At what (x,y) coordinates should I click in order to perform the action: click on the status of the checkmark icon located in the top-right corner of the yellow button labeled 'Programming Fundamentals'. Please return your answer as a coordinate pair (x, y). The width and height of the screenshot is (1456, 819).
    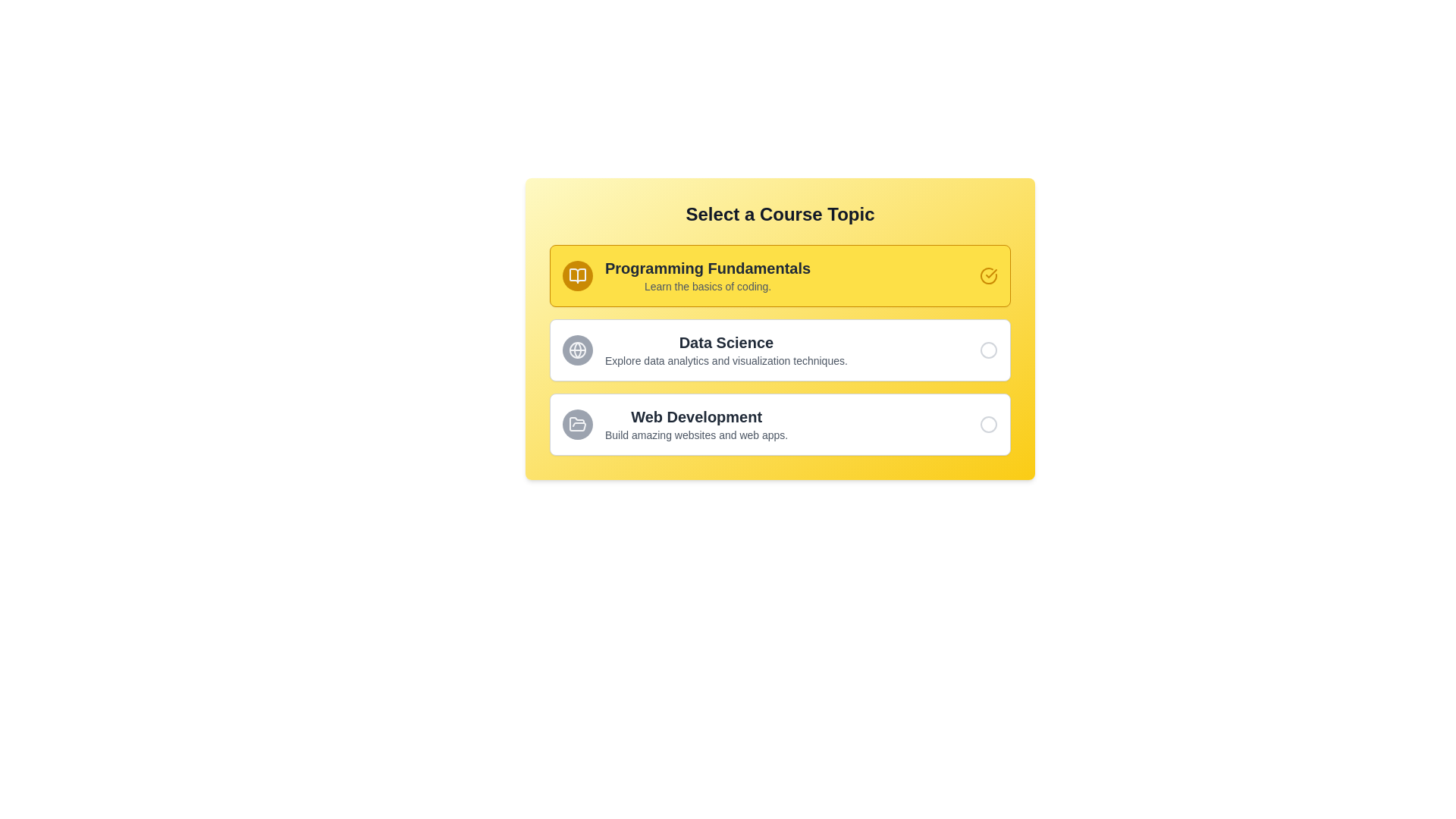
    Looking at the image, I should click on (991, 274).